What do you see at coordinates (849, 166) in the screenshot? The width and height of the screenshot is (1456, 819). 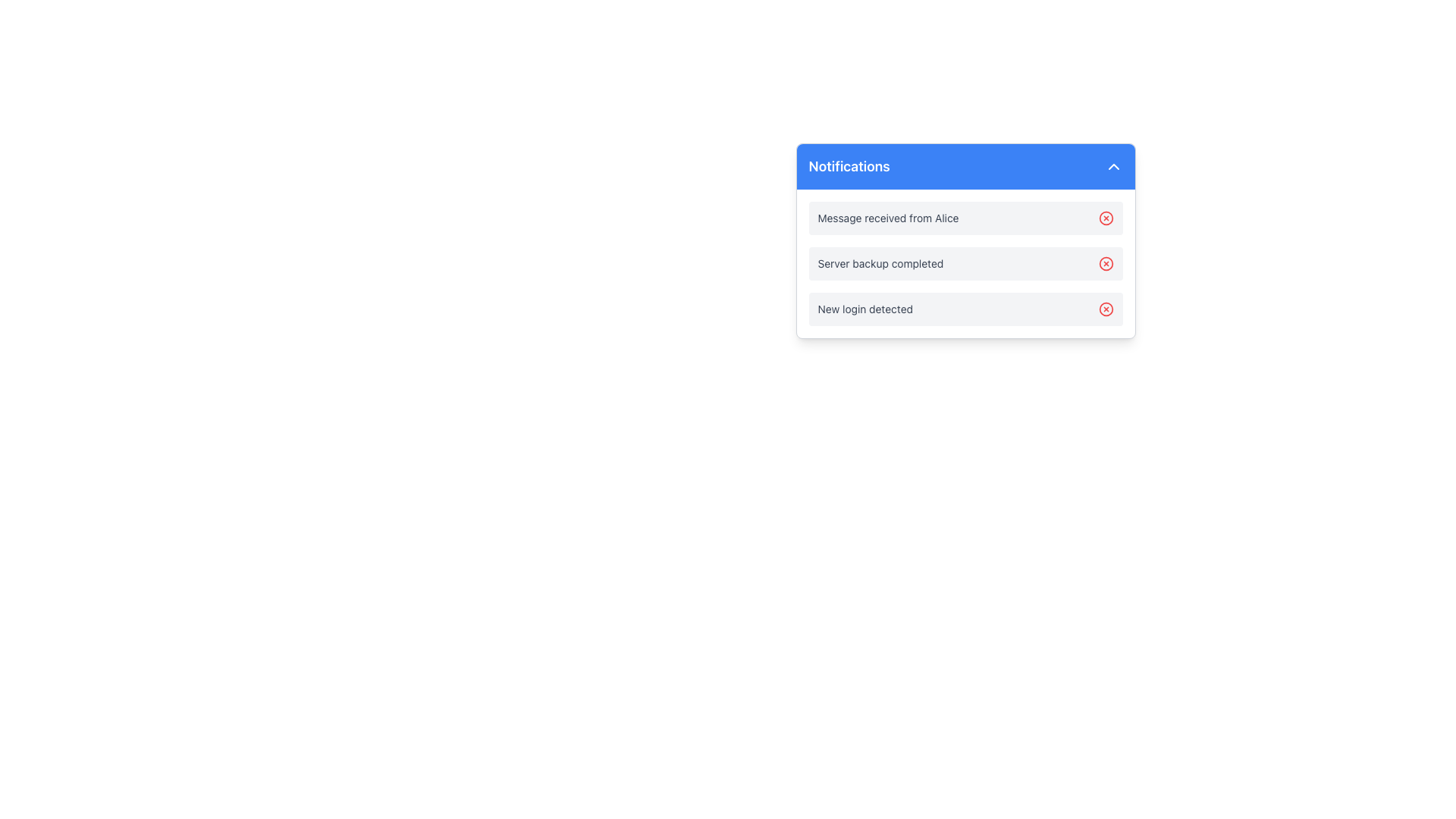 I see `displayed text from the title Text Label located on the left side of the blue header section of the notifications dropdown panel` at bounding box center [849, 166].